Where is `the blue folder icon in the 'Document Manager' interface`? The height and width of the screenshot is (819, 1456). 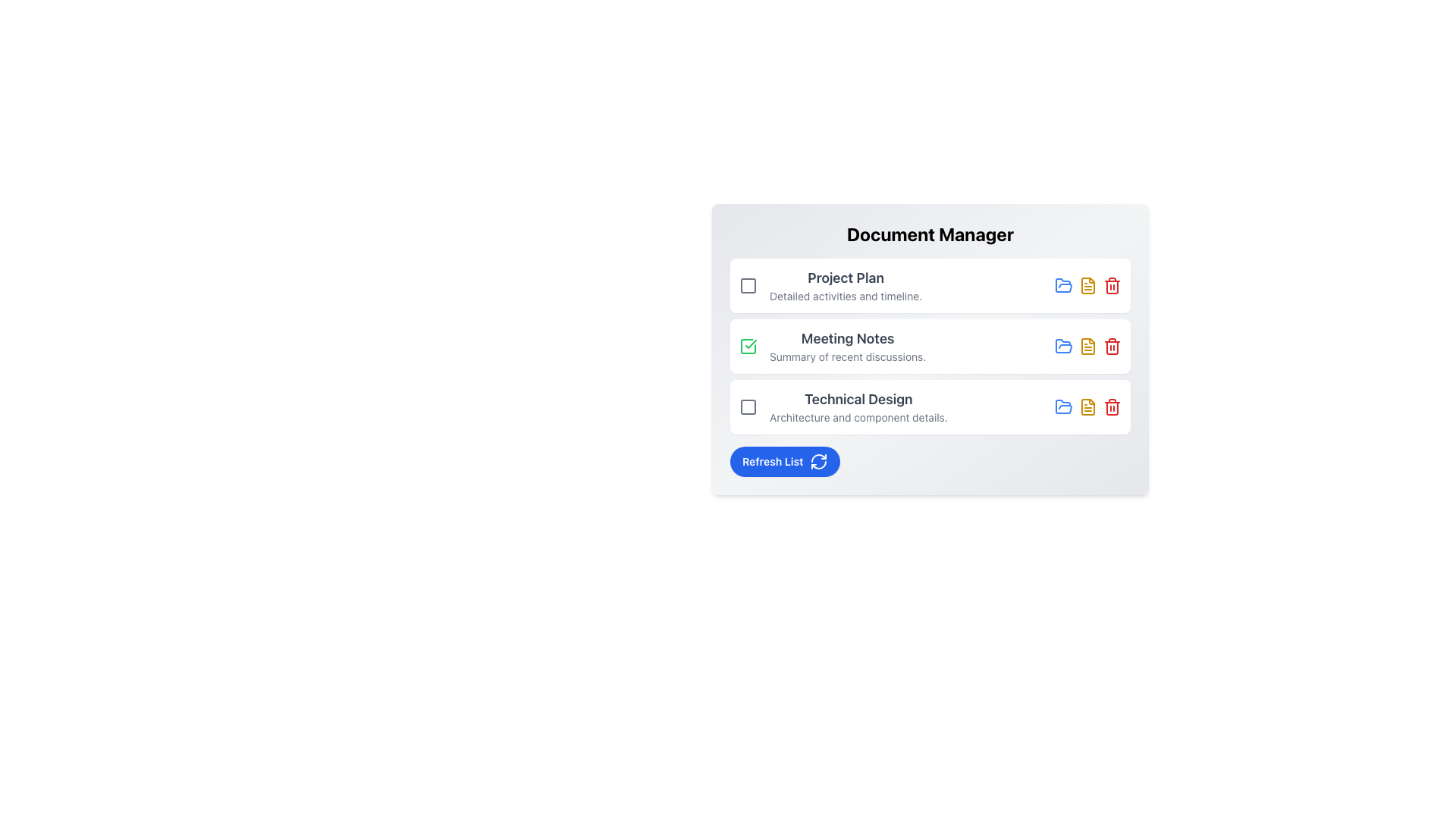 the blue folder icon in the 'Document Manager' interface is located at coordinates (1062, 286).